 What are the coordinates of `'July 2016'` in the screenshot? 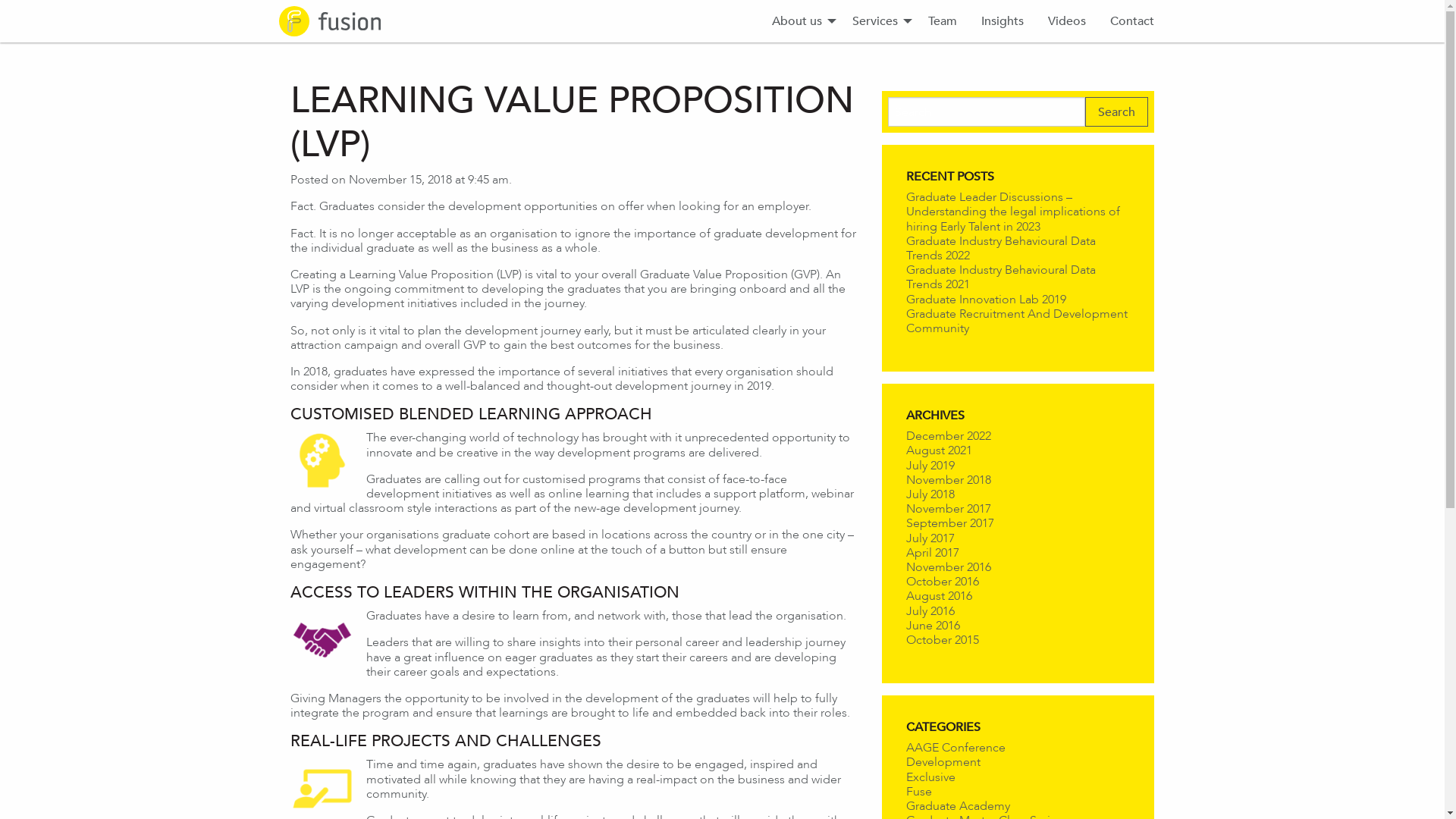 It's located at (928, 609).